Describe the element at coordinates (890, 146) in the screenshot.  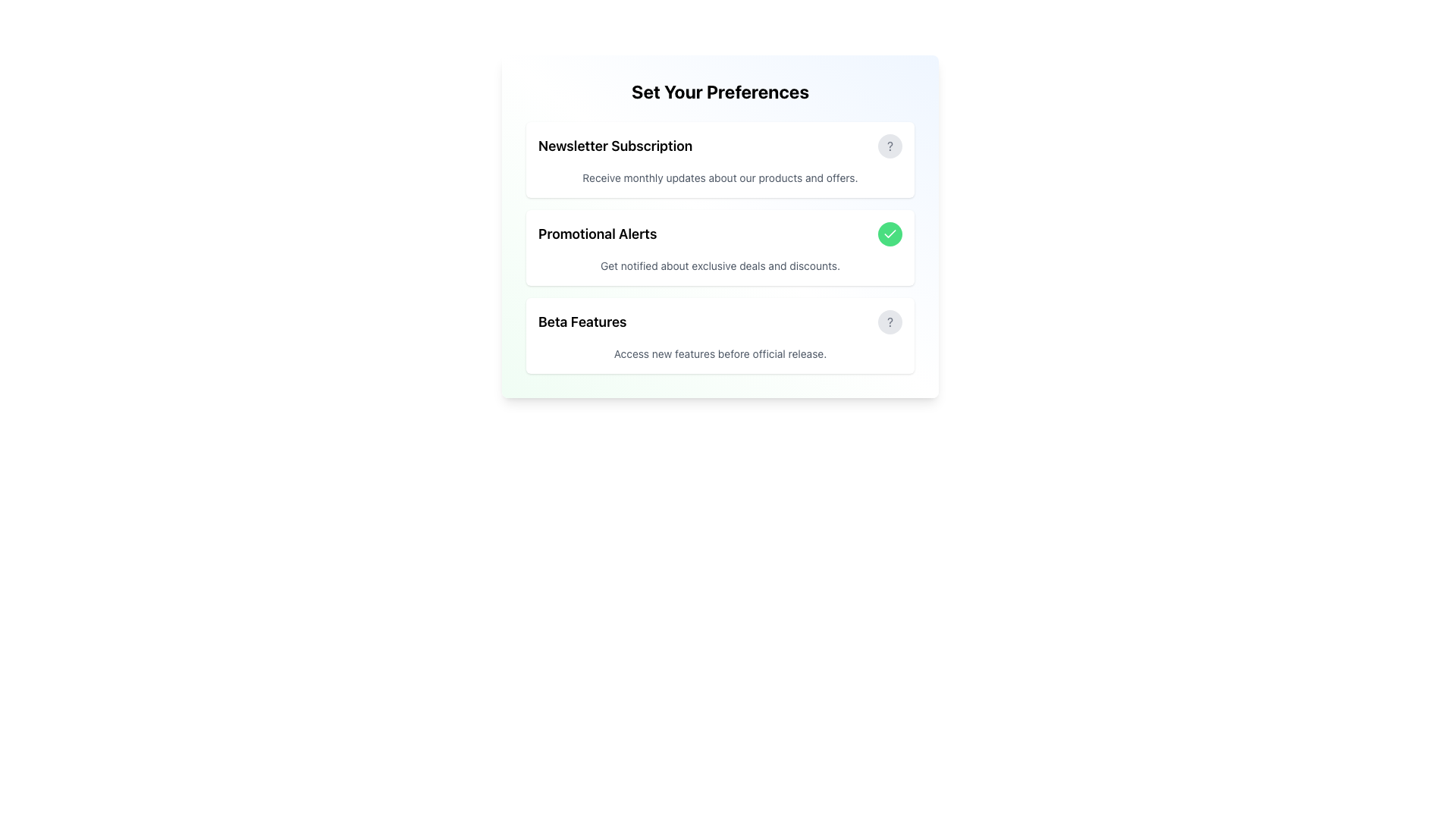
I see `the circular button with a question mark icon located in the top right corner of the 'Newsletter Subscription' section` at that location.